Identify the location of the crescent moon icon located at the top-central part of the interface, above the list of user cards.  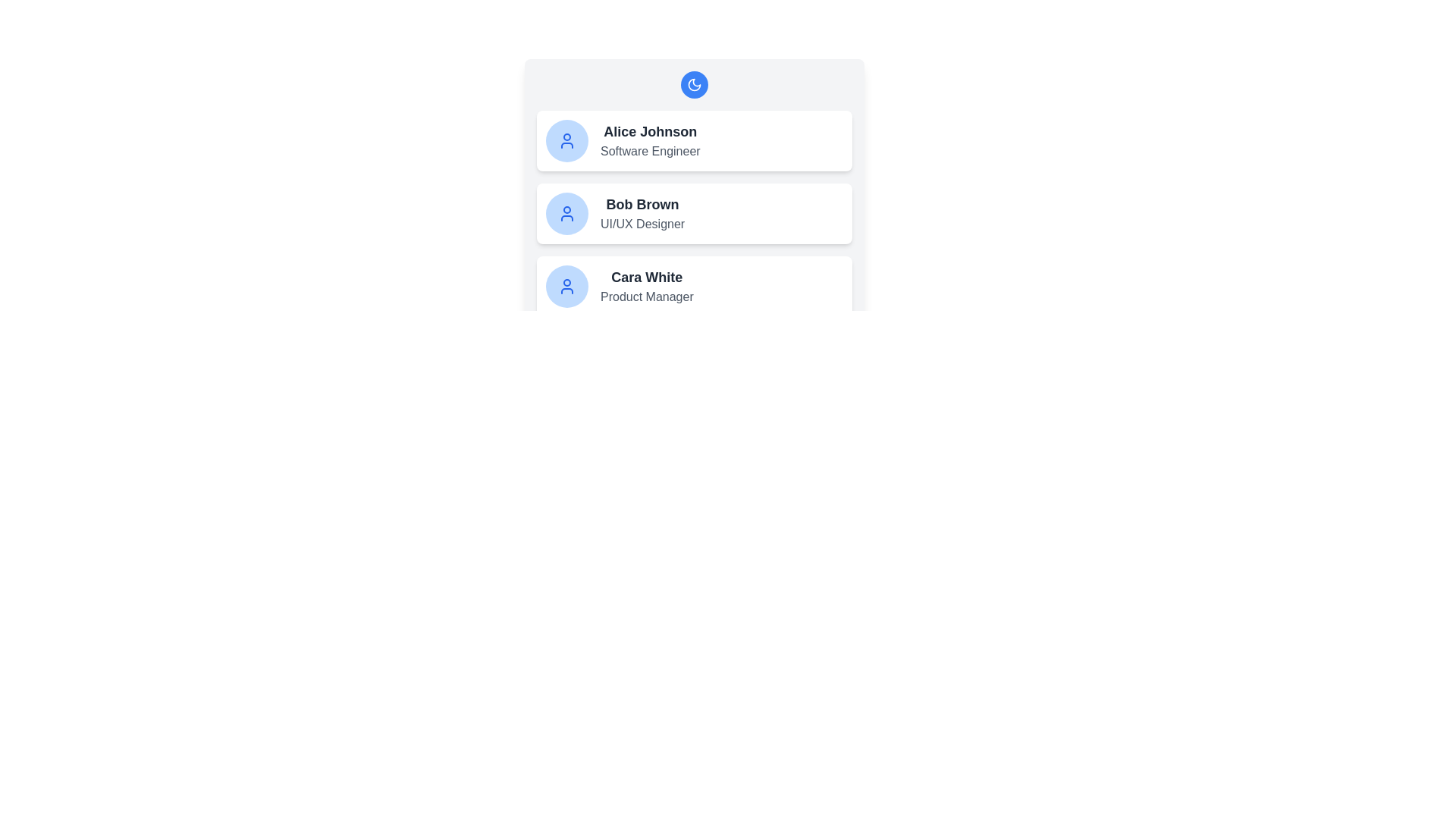
(694, 84).